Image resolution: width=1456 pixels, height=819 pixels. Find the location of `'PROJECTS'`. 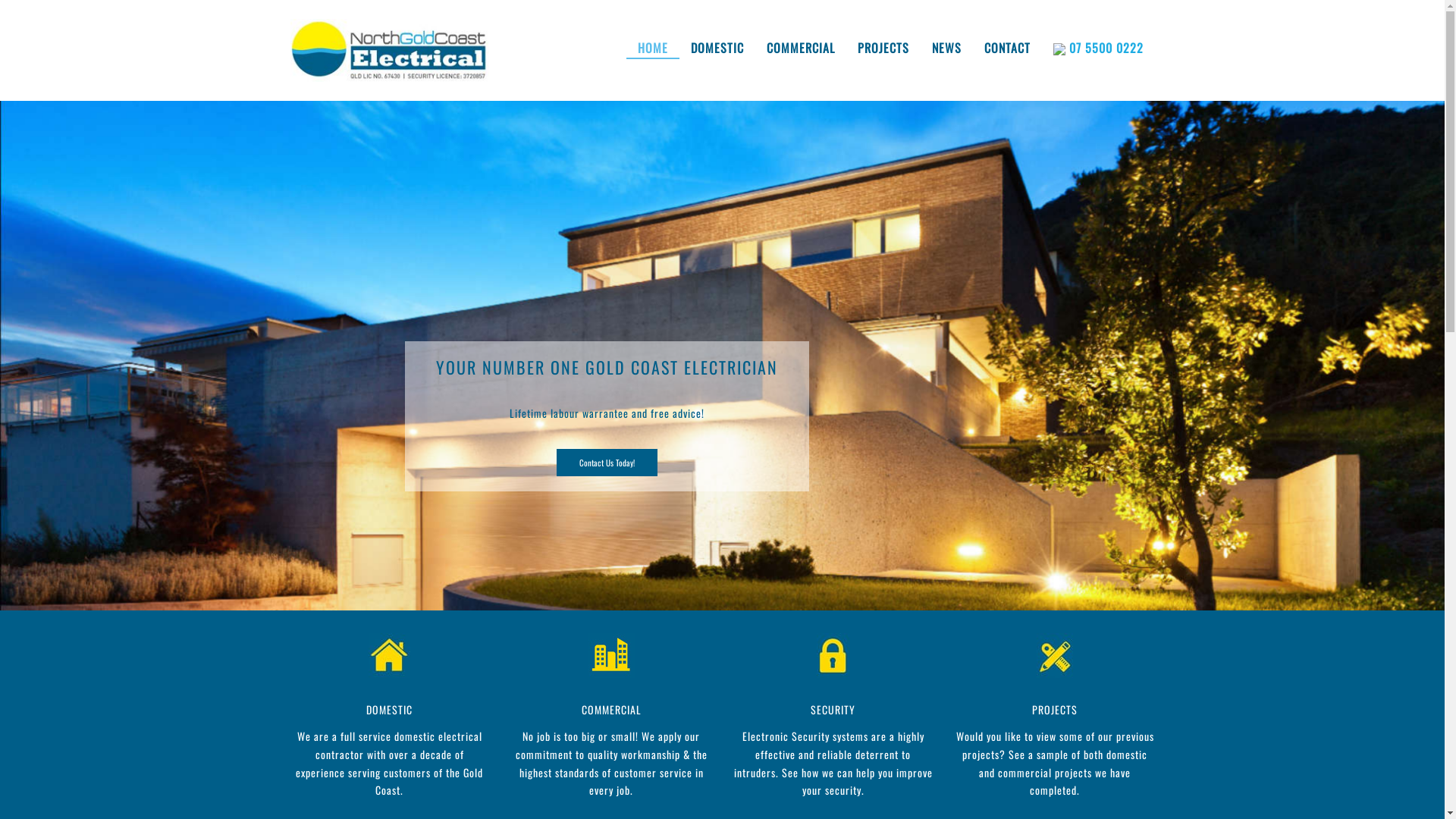

'PROJECTS' is located at coordinates (883, 46).